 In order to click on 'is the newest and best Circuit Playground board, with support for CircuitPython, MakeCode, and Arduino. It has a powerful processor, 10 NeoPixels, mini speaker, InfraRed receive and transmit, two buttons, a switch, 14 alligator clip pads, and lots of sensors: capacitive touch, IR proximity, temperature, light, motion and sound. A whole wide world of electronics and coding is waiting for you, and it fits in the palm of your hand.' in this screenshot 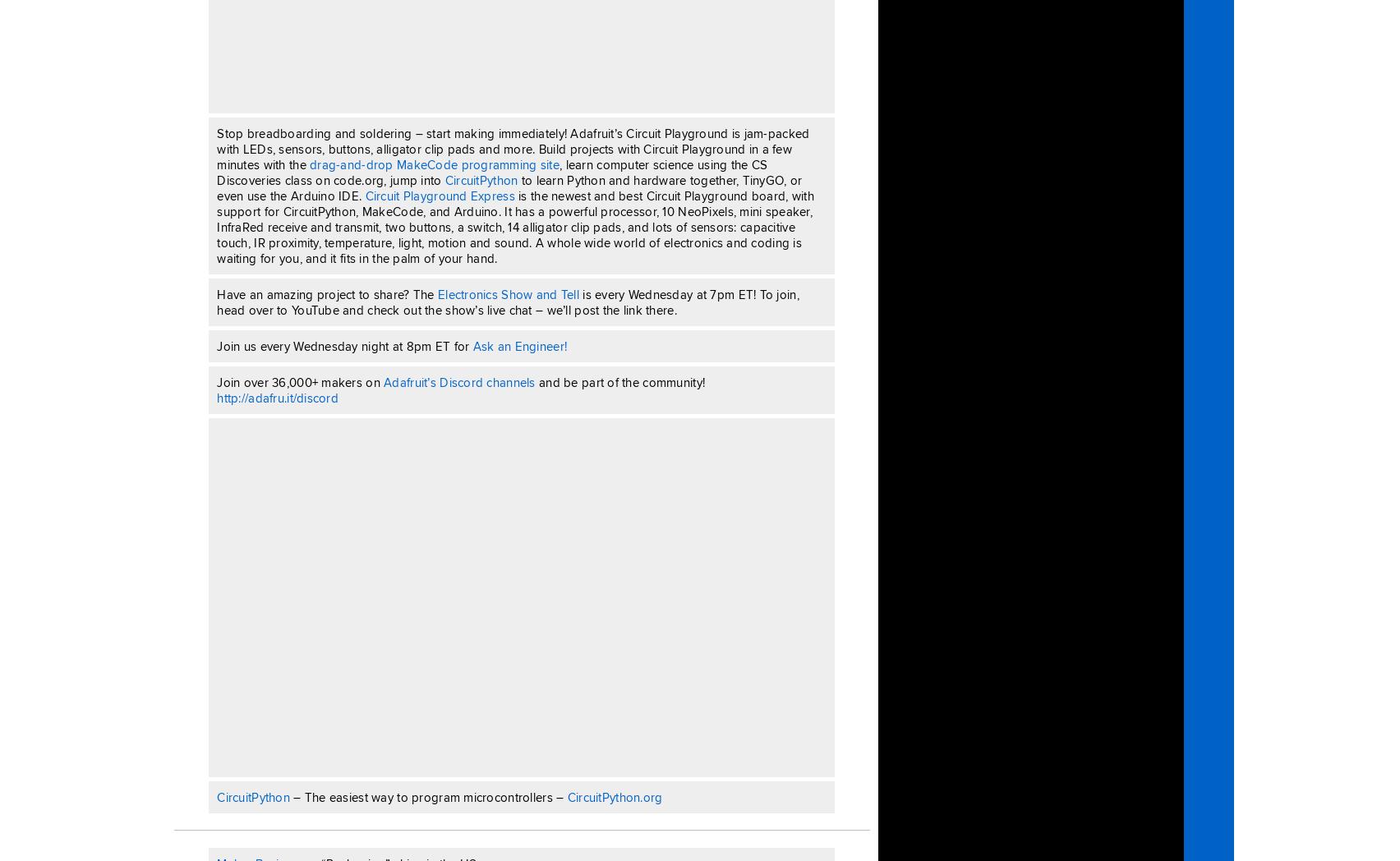, I will do `click(515, 225)`.